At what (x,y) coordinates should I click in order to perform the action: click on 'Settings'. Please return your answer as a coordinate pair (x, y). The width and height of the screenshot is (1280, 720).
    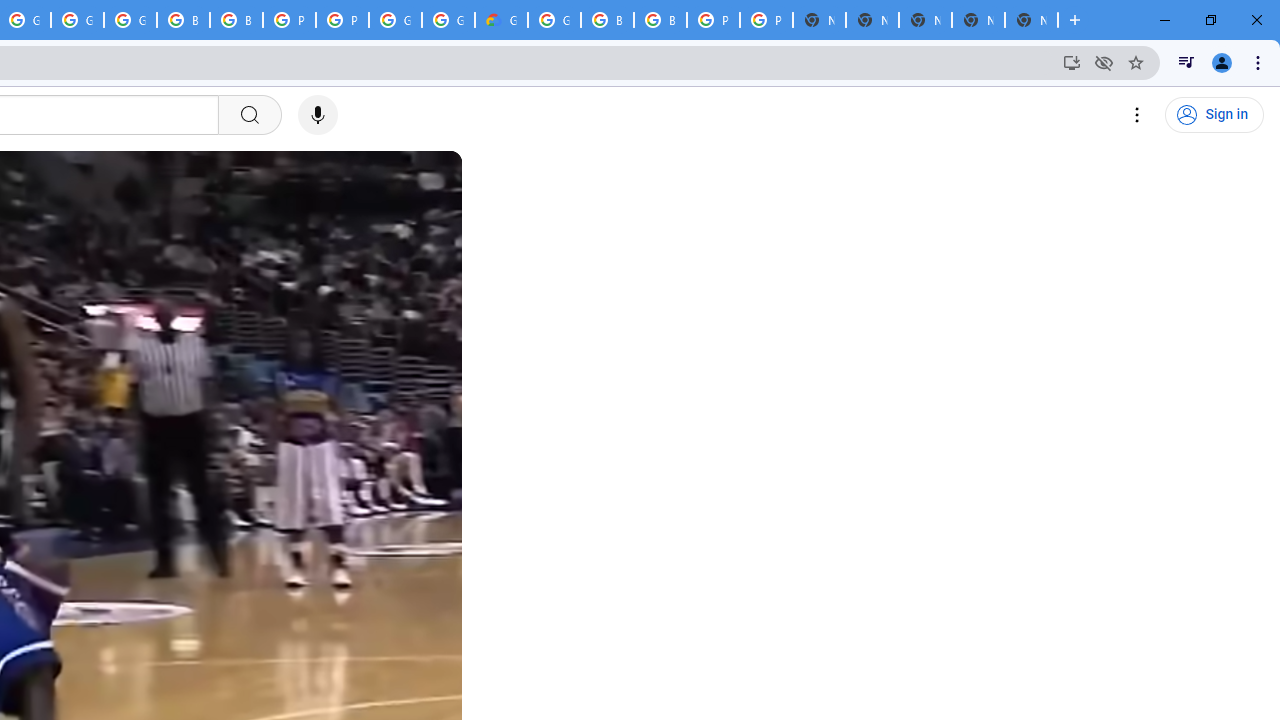
    Looking at the image, I should click on (1137, 115).